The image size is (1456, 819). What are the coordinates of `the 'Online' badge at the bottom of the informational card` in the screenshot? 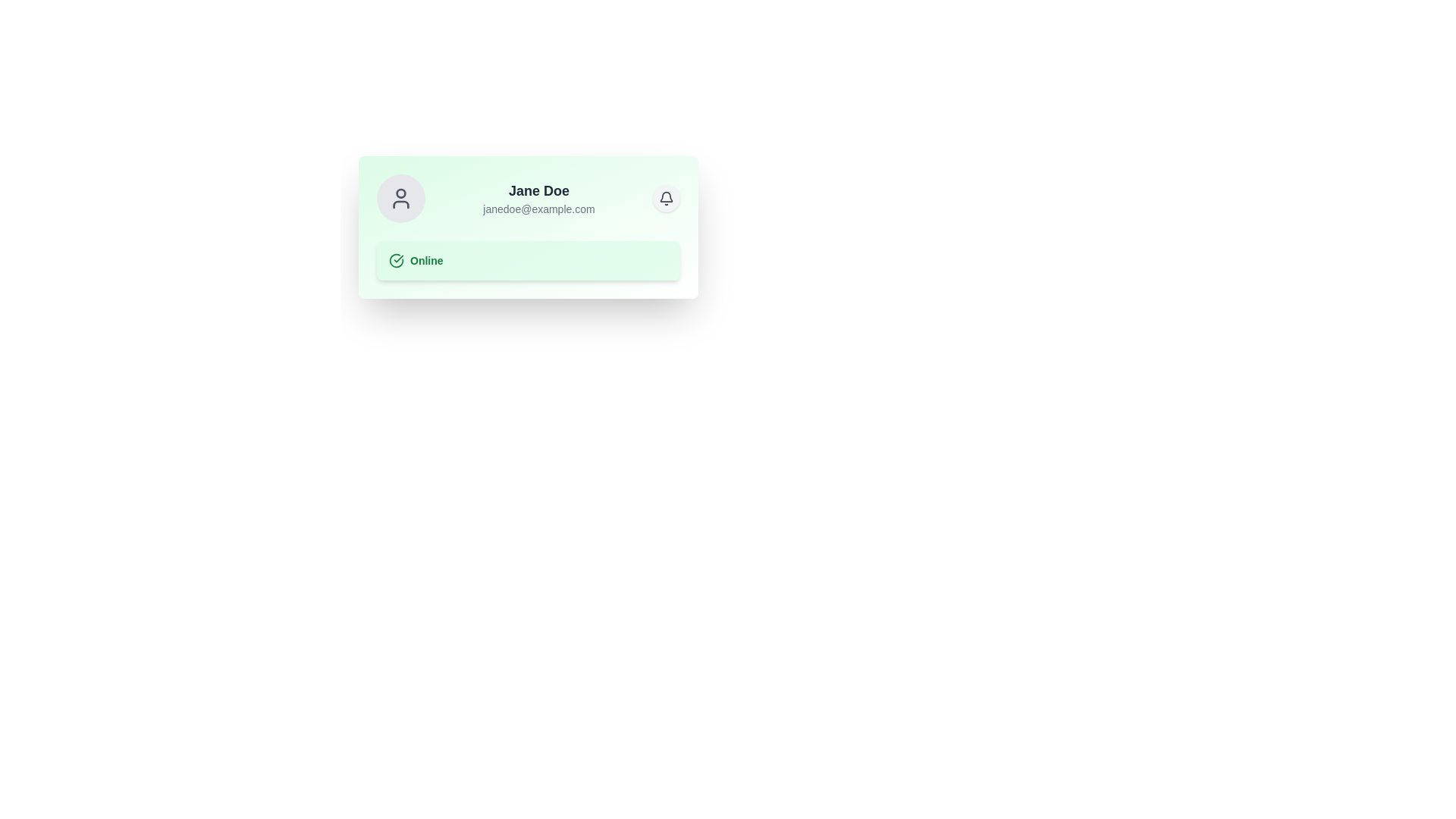 It's located at (528, 227).